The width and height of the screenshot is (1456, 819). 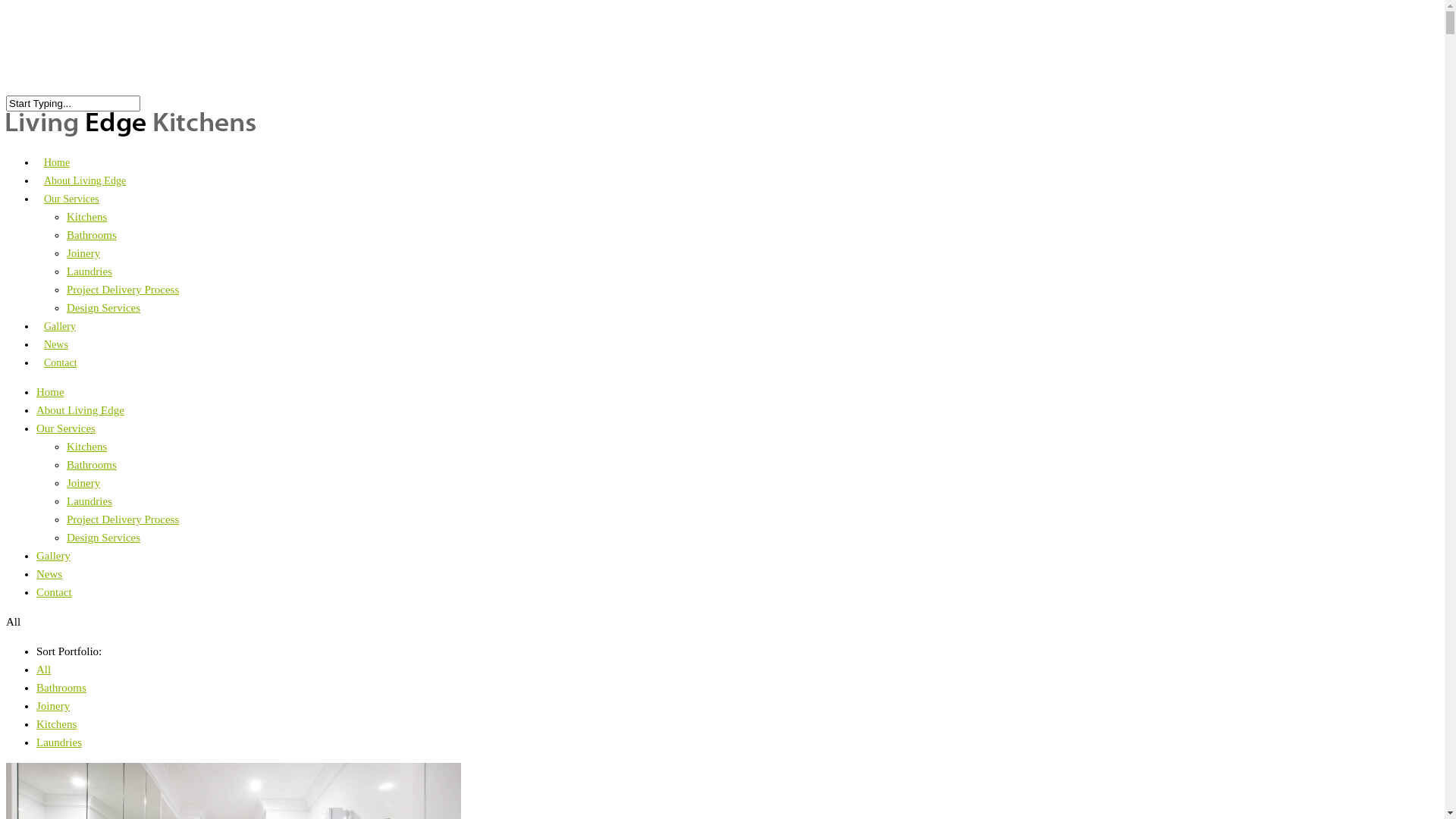 What do you see at coordinates (43, 669) in the screenshot?
I see `'All'` at bounding box center [43, 669].